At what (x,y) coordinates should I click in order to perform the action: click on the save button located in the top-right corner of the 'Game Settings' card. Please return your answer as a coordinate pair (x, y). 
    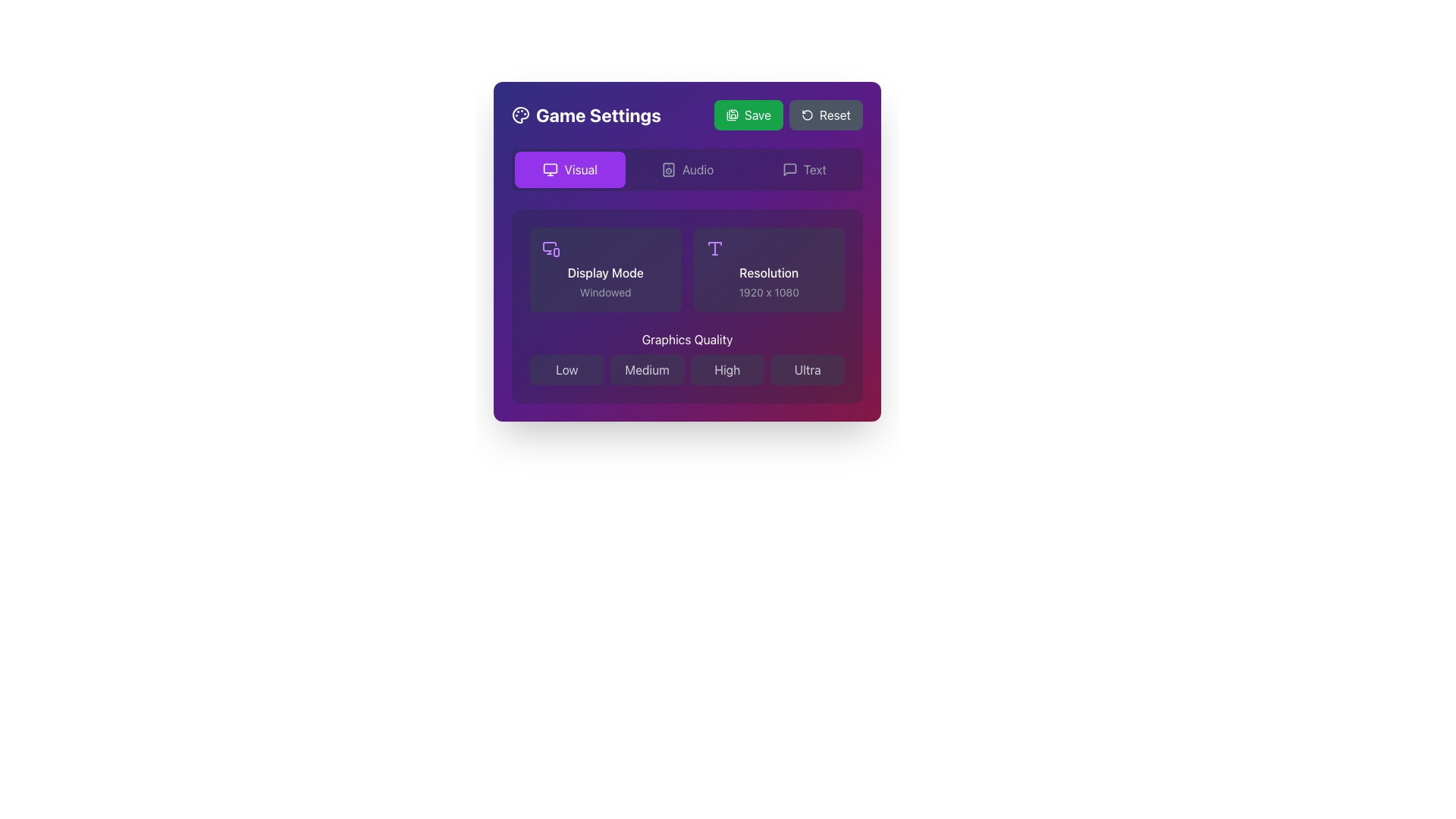
    Looking at the image, I should click on (748, 114).